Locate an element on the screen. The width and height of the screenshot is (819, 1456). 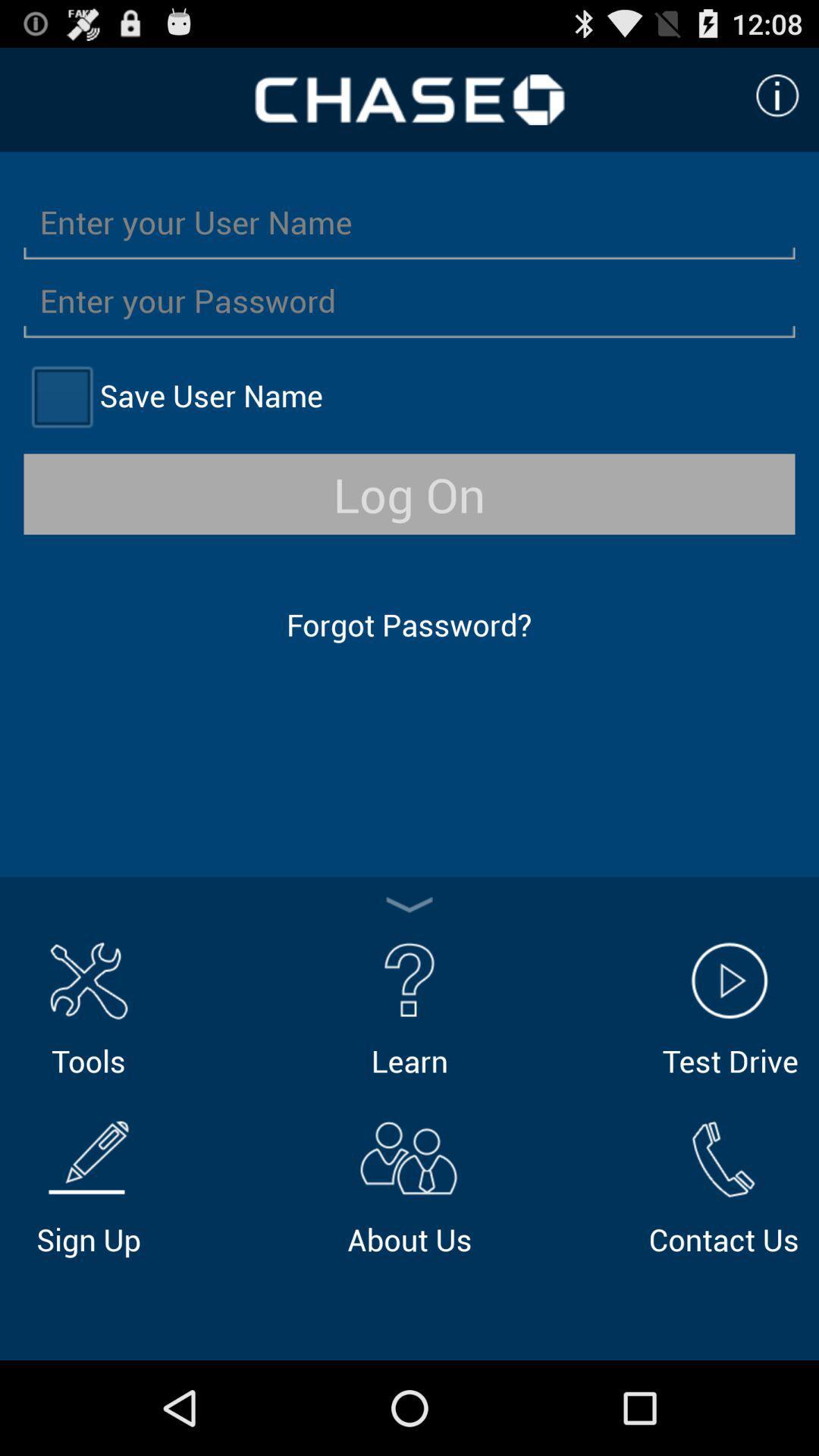
save name is located at coordinates (61, 396).